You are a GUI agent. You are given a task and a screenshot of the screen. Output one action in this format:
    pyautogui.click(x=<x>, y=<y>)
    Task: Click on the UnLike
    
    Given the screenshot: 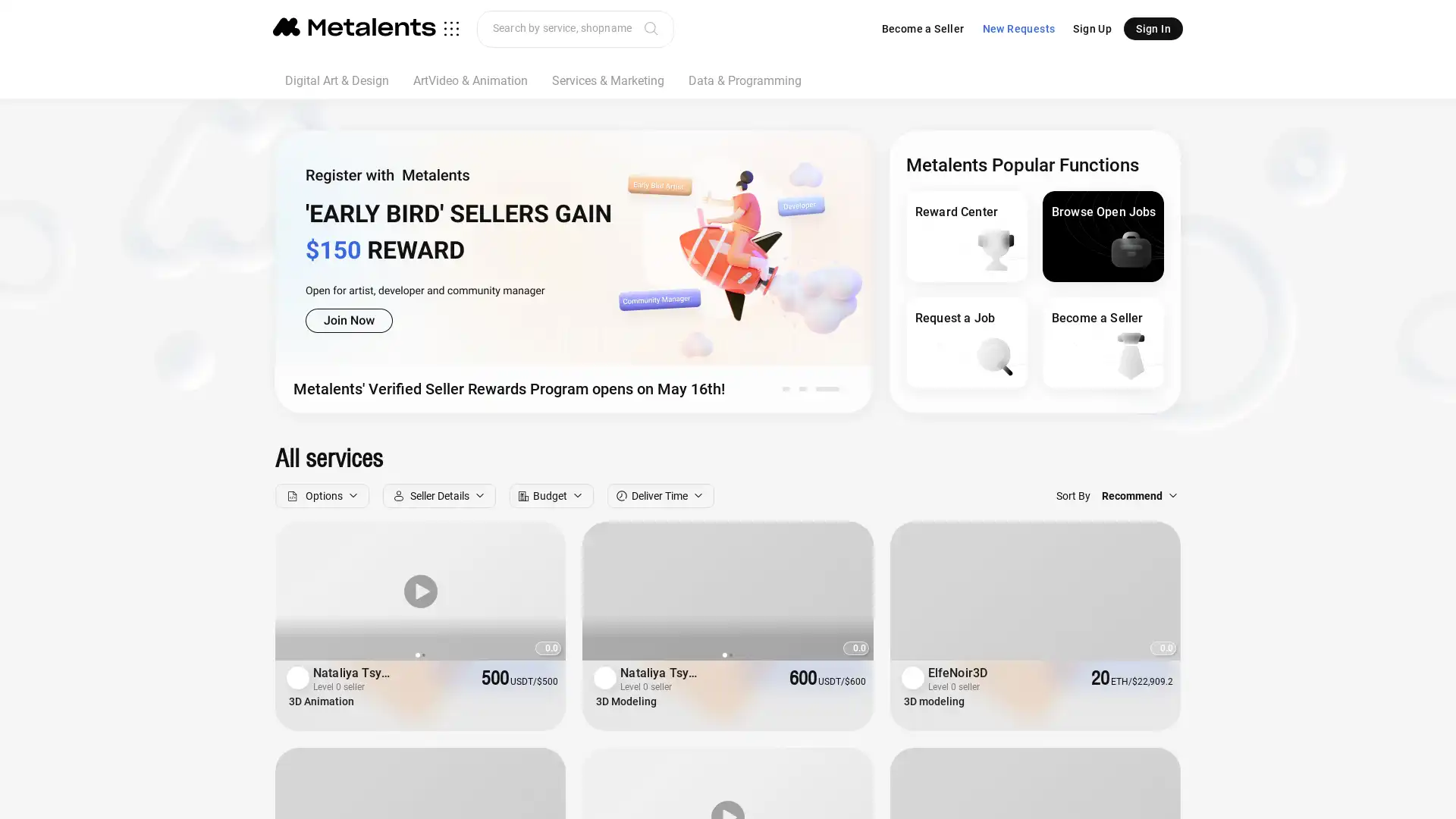 What is the action you would take?
    pyautogui.click(x=854, y=704)
    